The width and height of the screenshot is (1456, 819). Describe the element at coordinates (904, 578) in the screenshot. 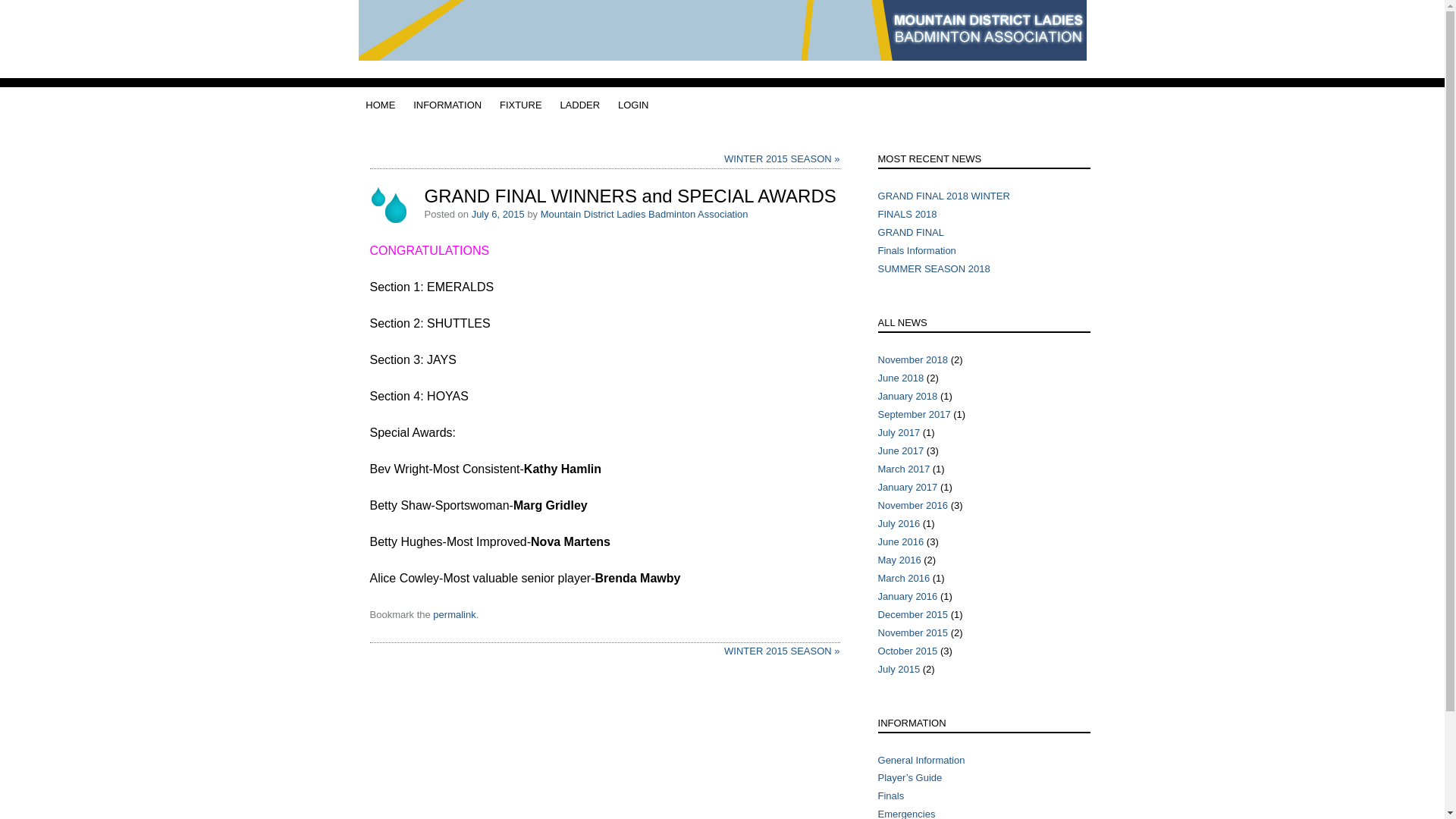

I see `'March 2016'` at that location.